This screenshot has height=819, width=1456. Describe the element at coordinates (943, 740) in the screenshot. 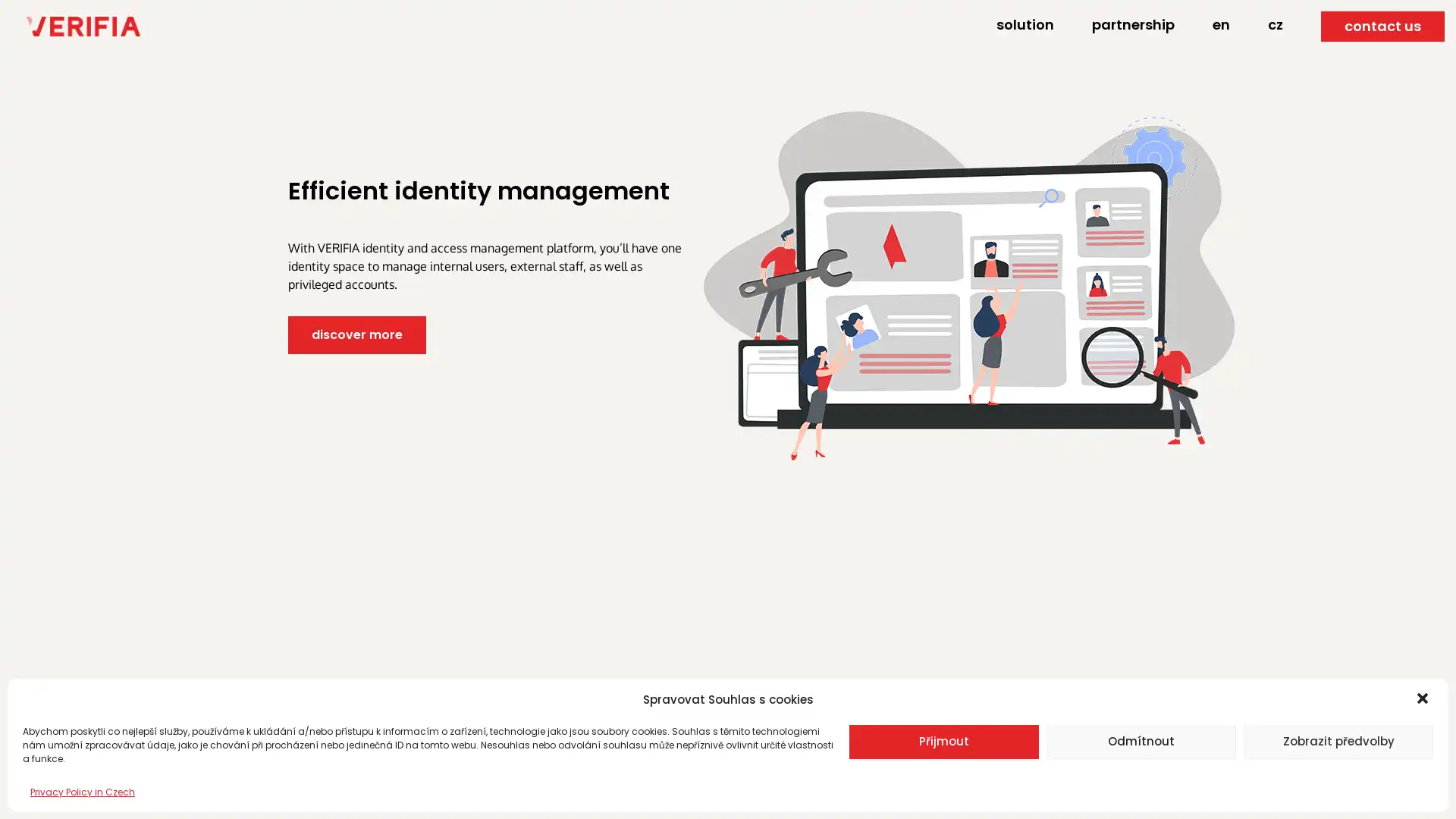

I see `Prijmout` at that location.